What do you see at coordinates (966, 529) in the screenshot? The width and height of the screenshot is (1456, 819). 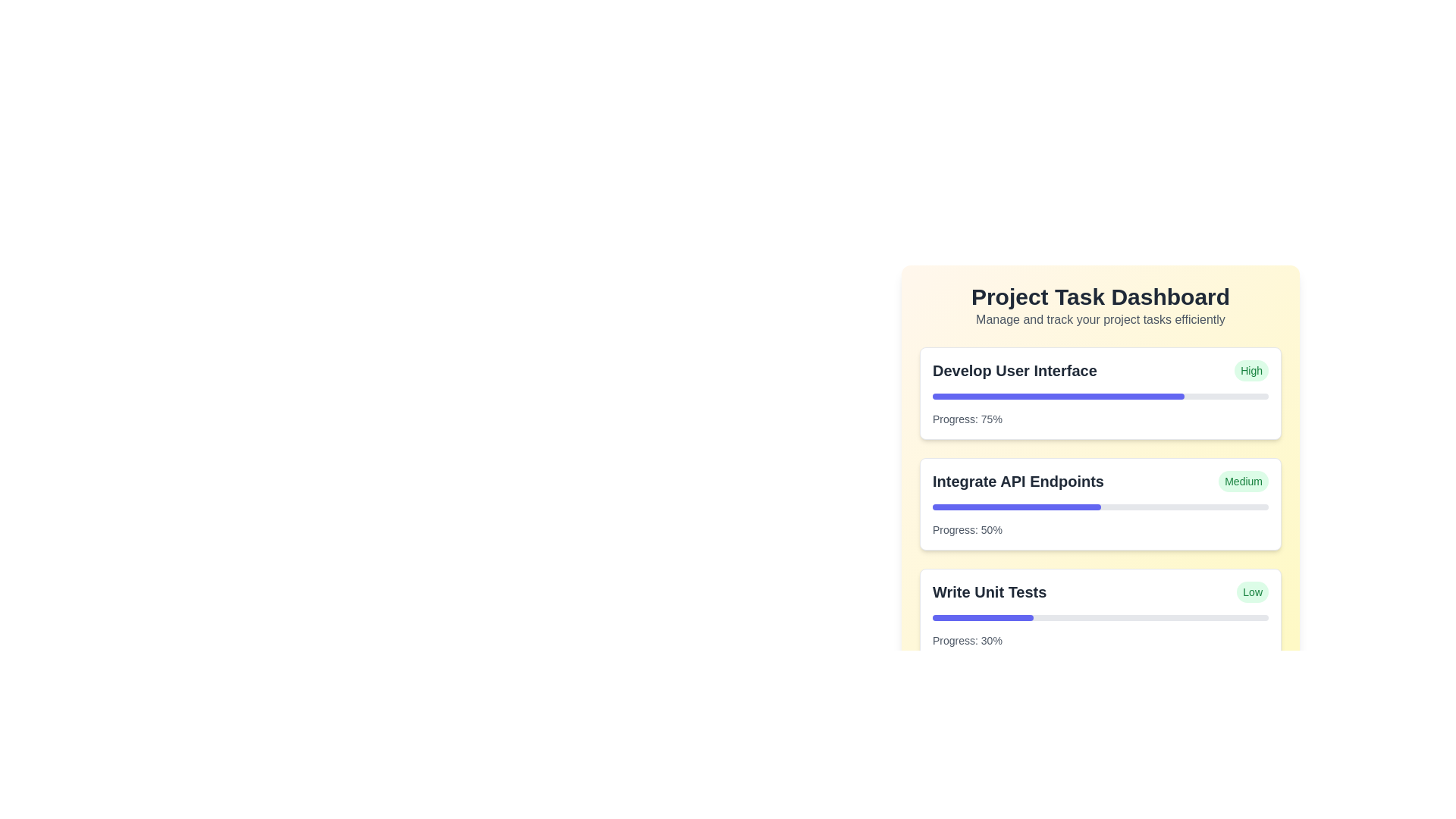 I see `the Static Text Label displaying 'Progress: 50%' located within the 'Integrate API Endpoints' task card, positioned below the progress bar` at bounding box center [966, 529].